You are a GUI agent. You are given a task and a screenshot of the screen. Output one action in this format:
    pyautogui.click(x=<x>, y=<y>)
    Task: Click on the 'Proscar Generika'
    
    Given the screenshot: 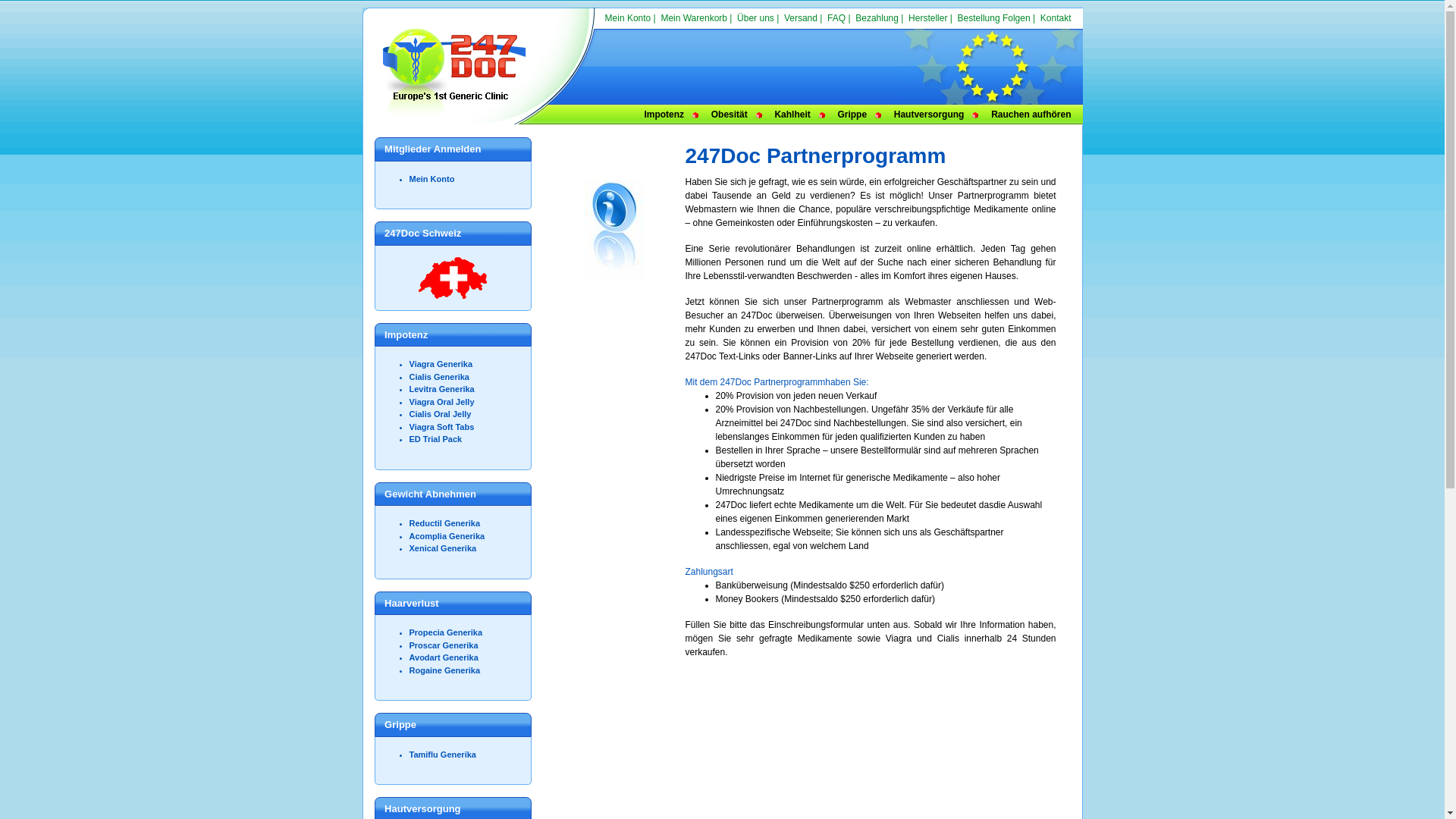 What is the action you would take?
    pyautogui.click(x=443, y=644)
    